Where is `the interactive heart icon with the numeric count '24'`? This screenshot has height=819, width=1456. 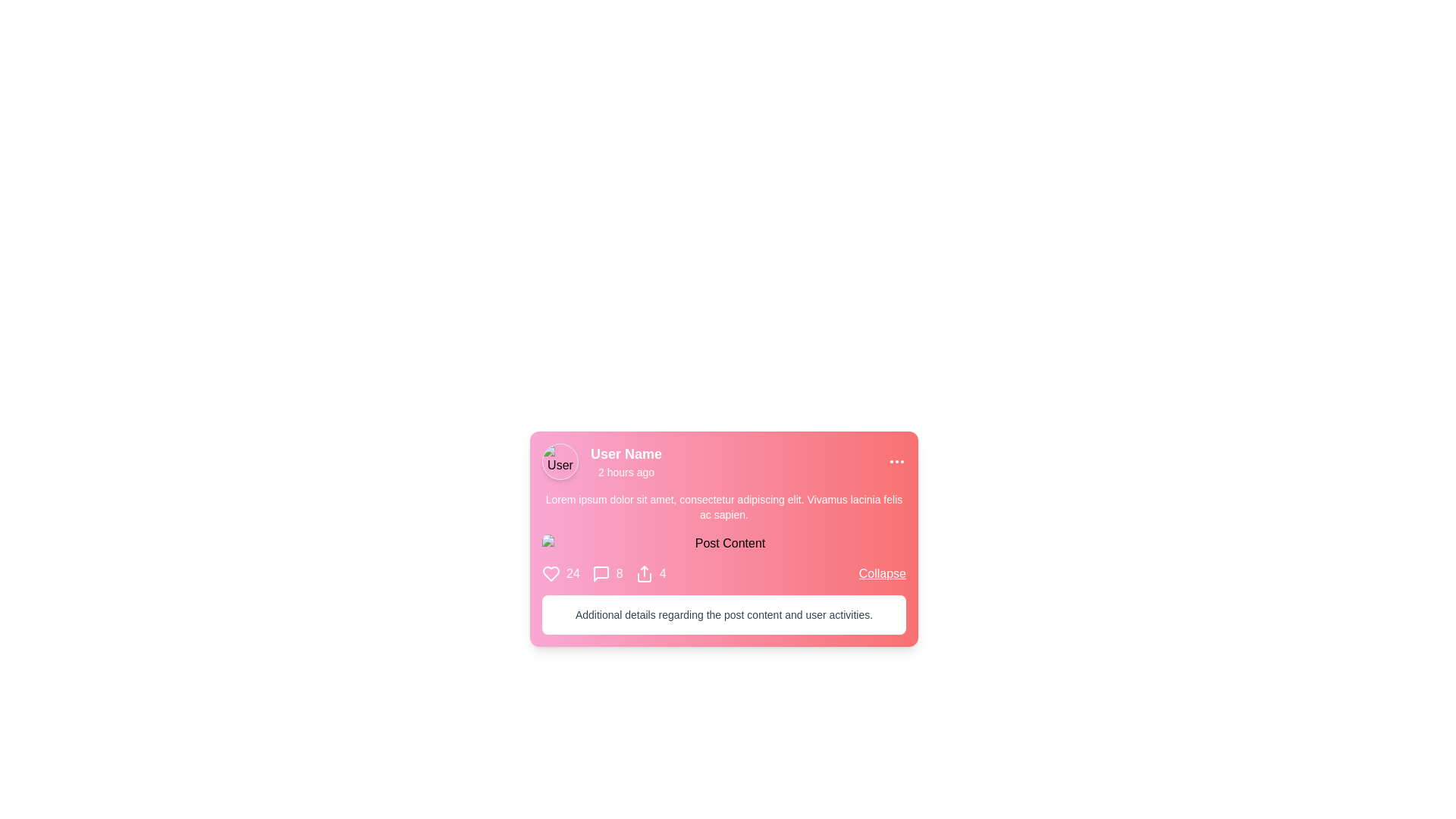 the interactive heart icon with the numeric count '24' is located at coordinates (560, 573).